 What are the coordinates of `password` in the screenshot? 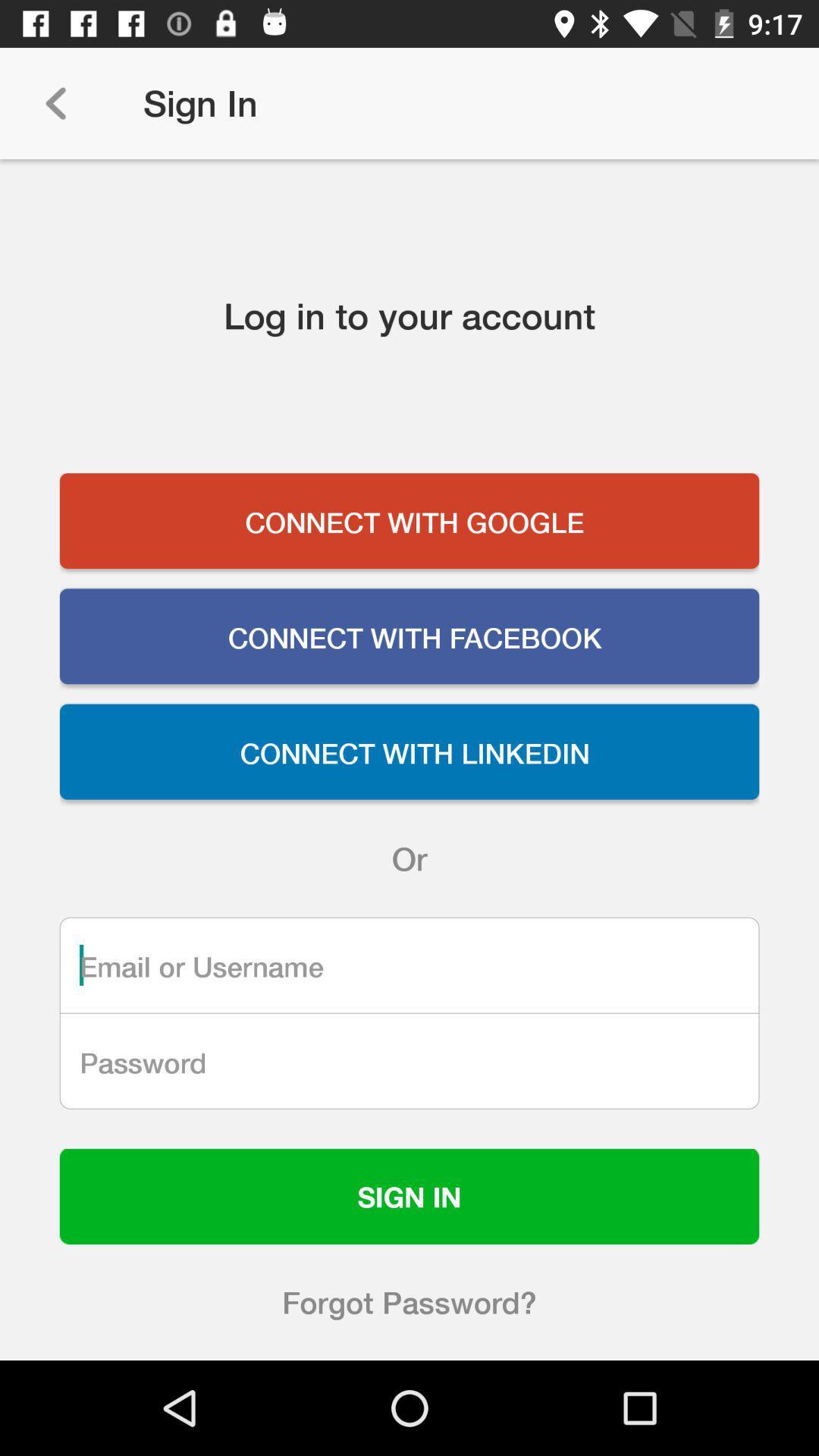 It's located at (409, 1060).